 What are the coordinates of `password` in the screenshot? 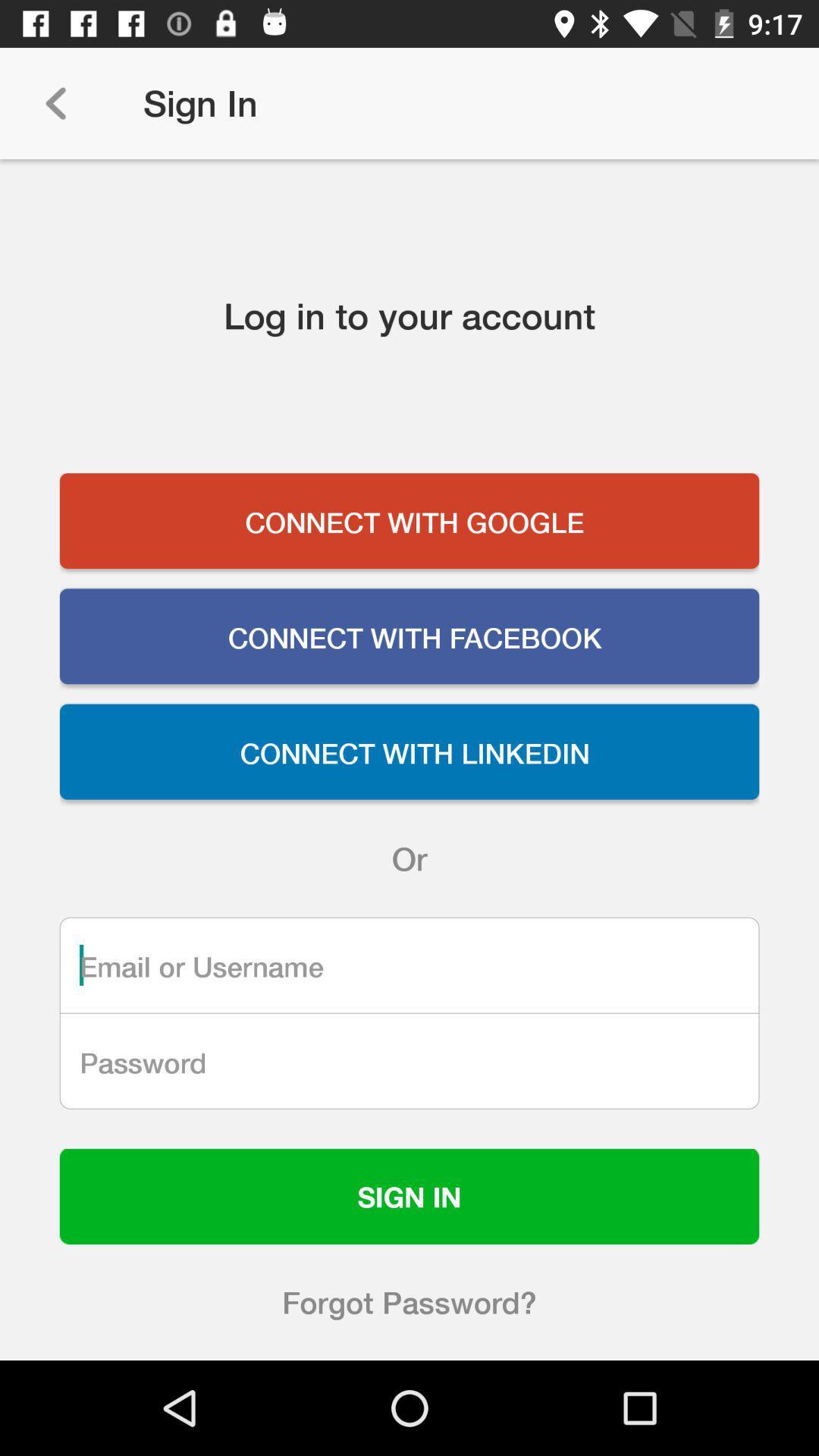 It's located at (409, 1060).